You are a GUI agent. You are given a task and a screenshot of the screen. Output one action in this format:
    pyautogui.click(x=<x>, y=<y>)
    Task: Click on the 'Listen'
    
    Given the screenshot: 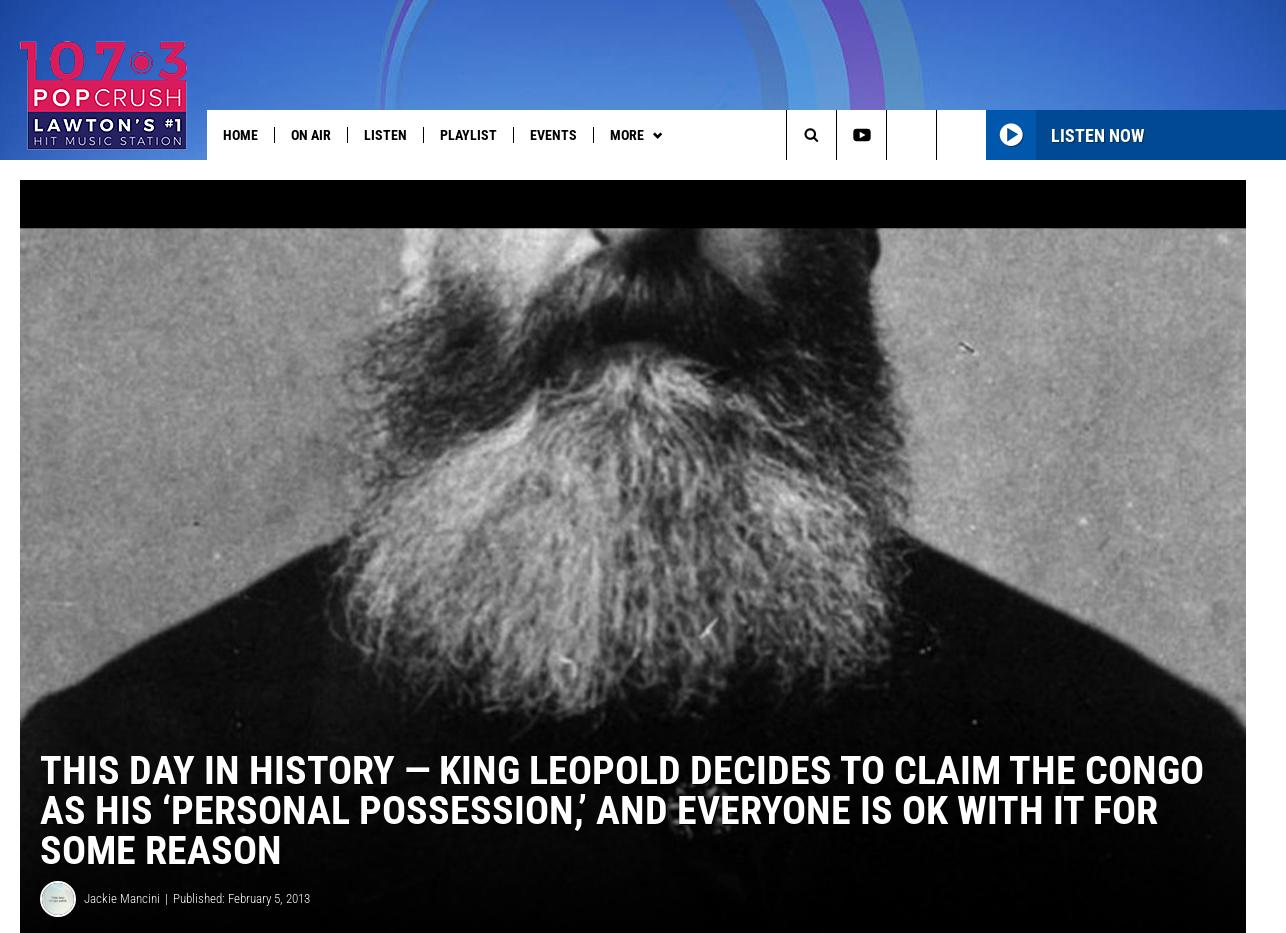 What is the action you would take?
    pyautogui.click(x=384, y=134)
    